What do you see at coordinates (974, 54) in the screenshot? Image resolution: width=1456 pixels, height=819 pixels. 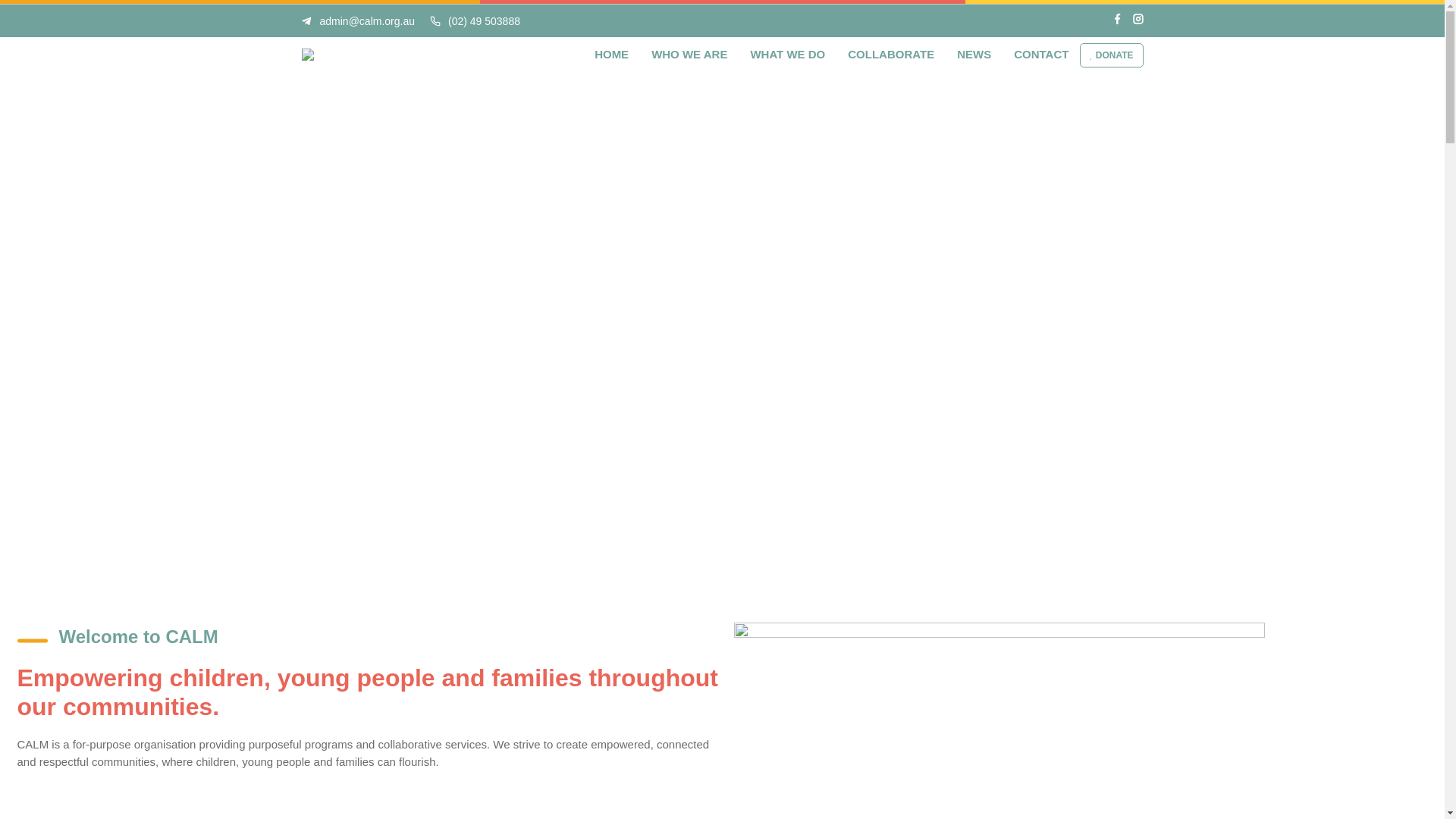 I see `'NEWS'` at bounding box center [974, 54].